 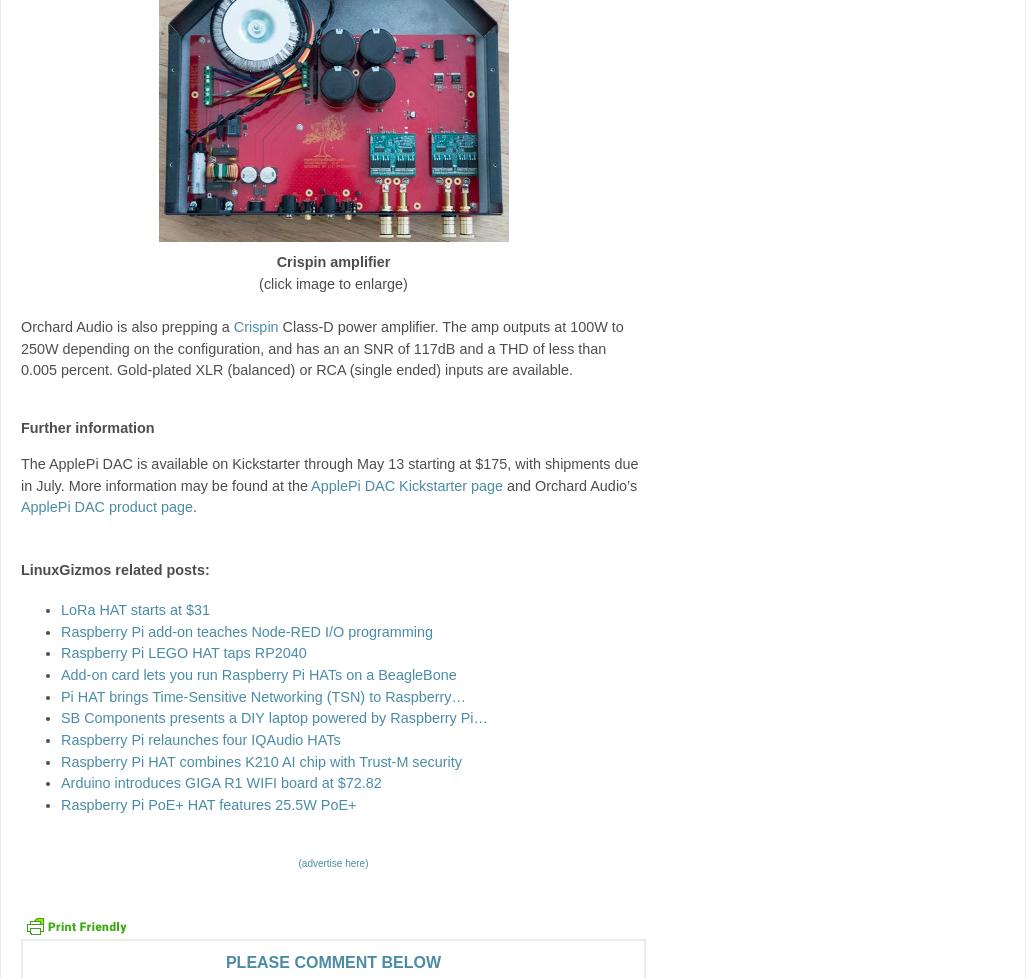 I want to click on '(advertise here)', so click(x=333, y=862).